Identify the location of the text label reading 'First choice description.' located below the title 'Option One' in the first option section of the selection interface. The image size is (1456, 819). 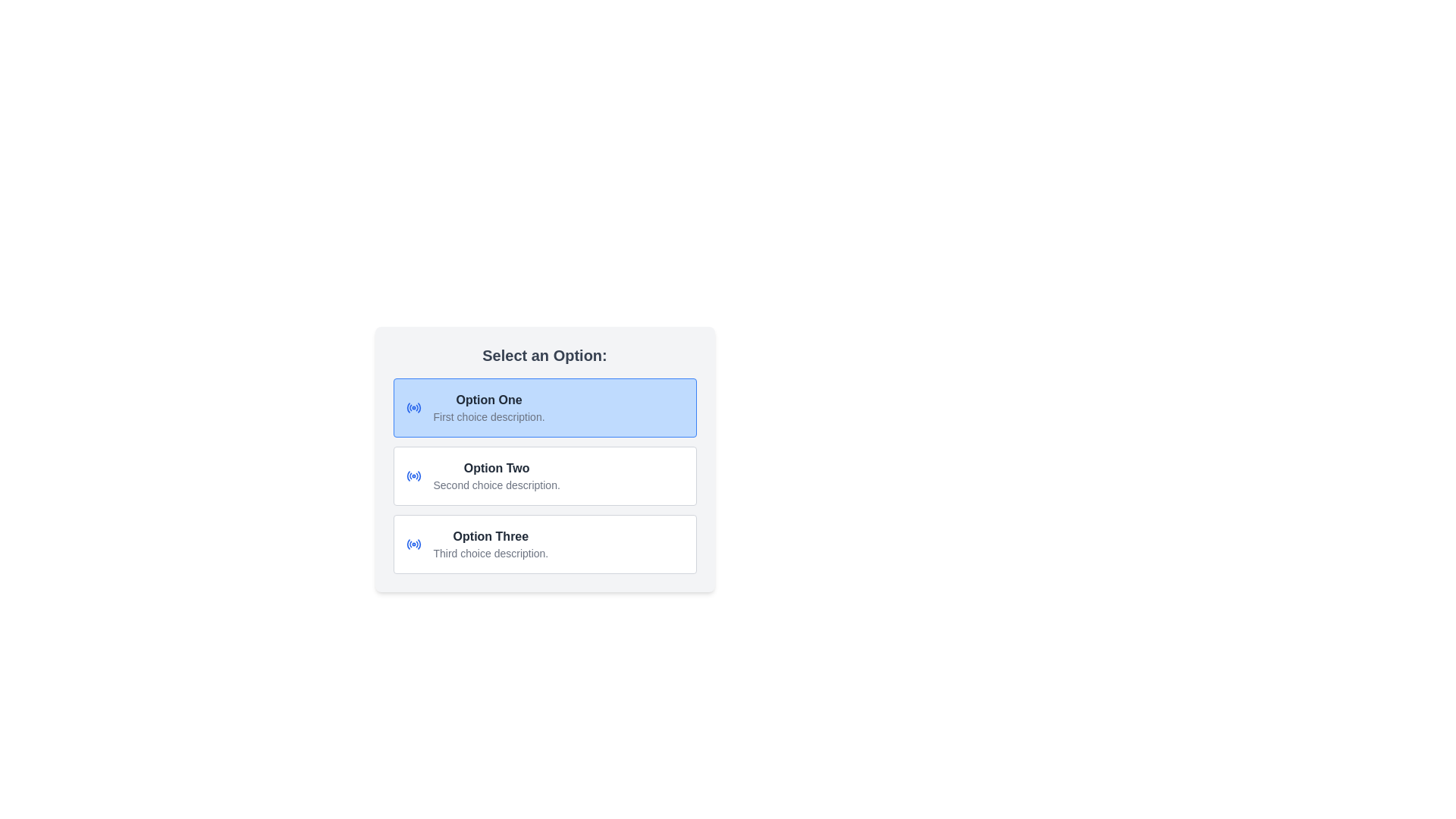
(489, 417).